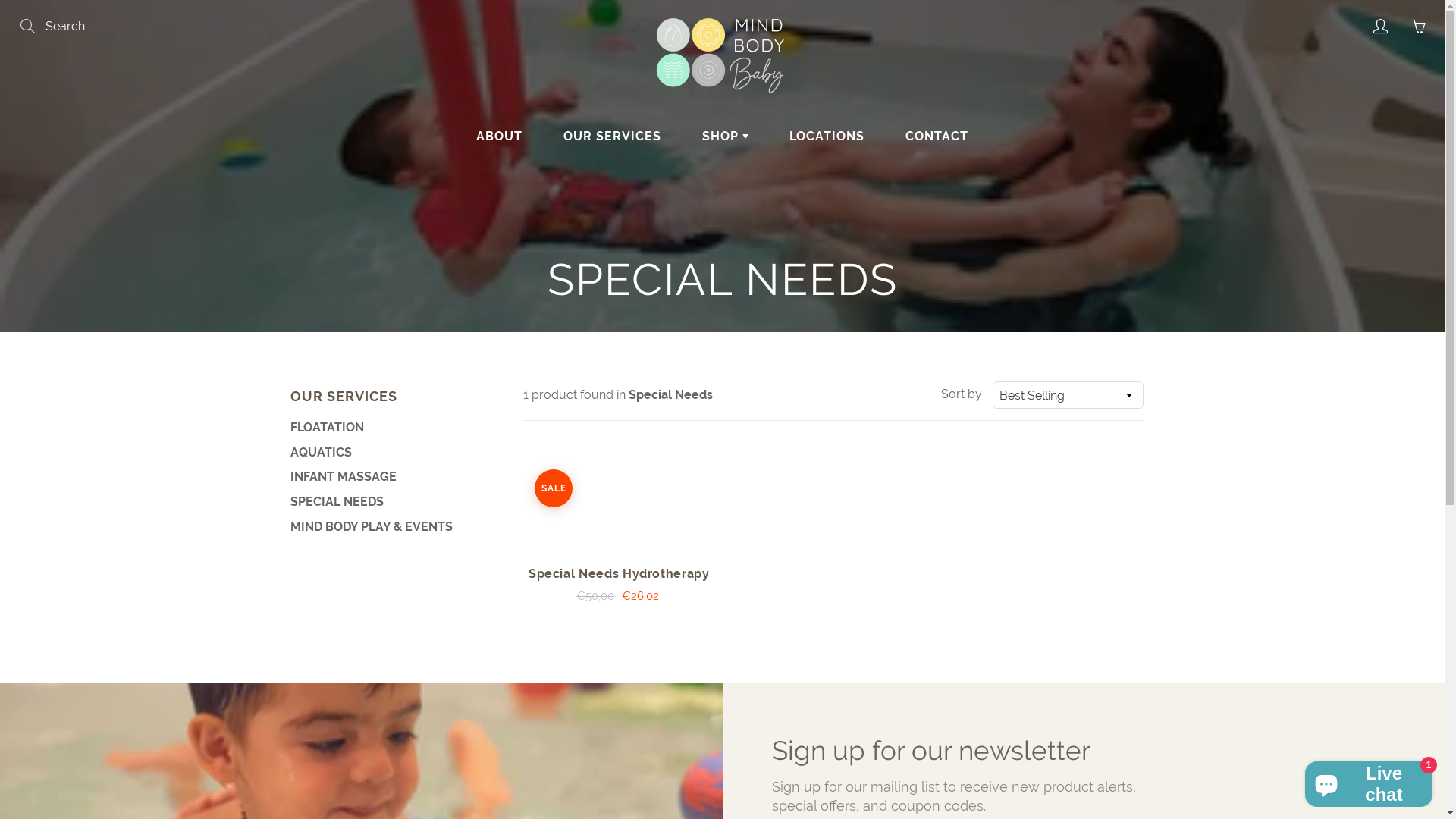 The image size is (1456, 819). What do you see at coordinates (389, 526) in the screenshot?
I see `'MIND BODY PLAY & EVENTS'` at bounding box center [389, 526].